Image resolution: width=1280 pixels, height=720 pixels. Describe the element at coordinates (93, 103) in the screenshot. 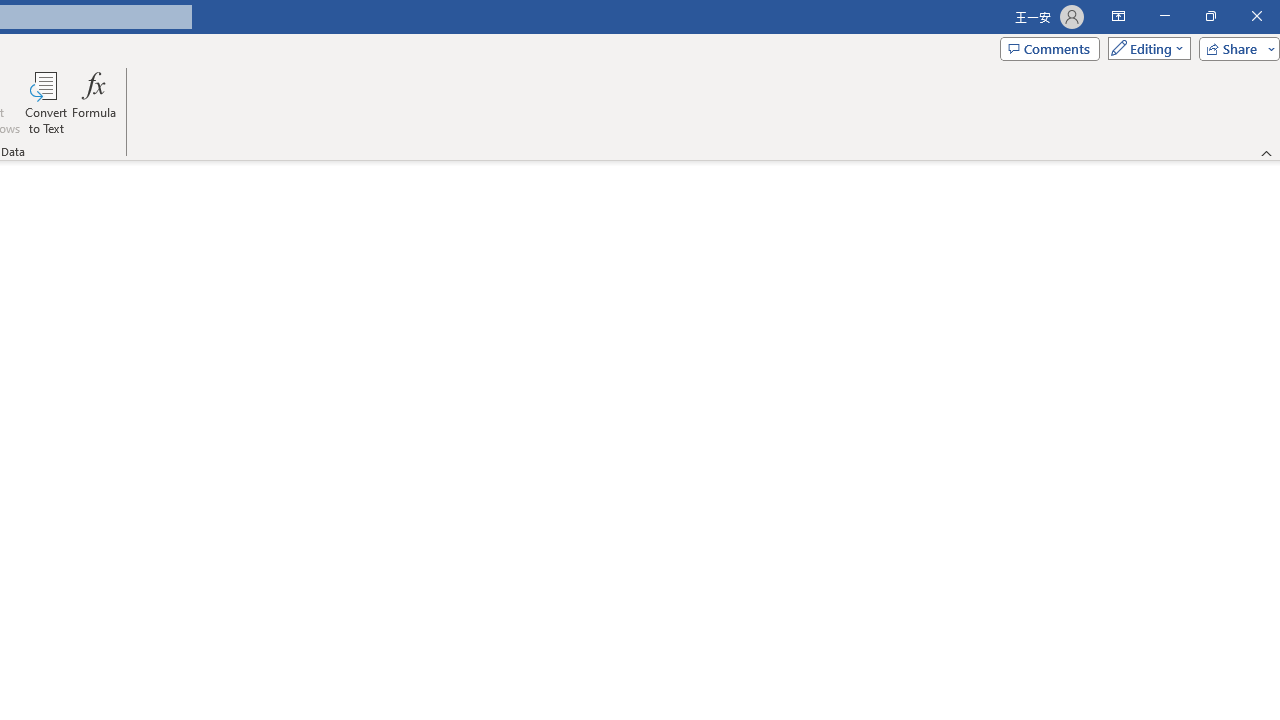

I see `'Formula...'` at that location.